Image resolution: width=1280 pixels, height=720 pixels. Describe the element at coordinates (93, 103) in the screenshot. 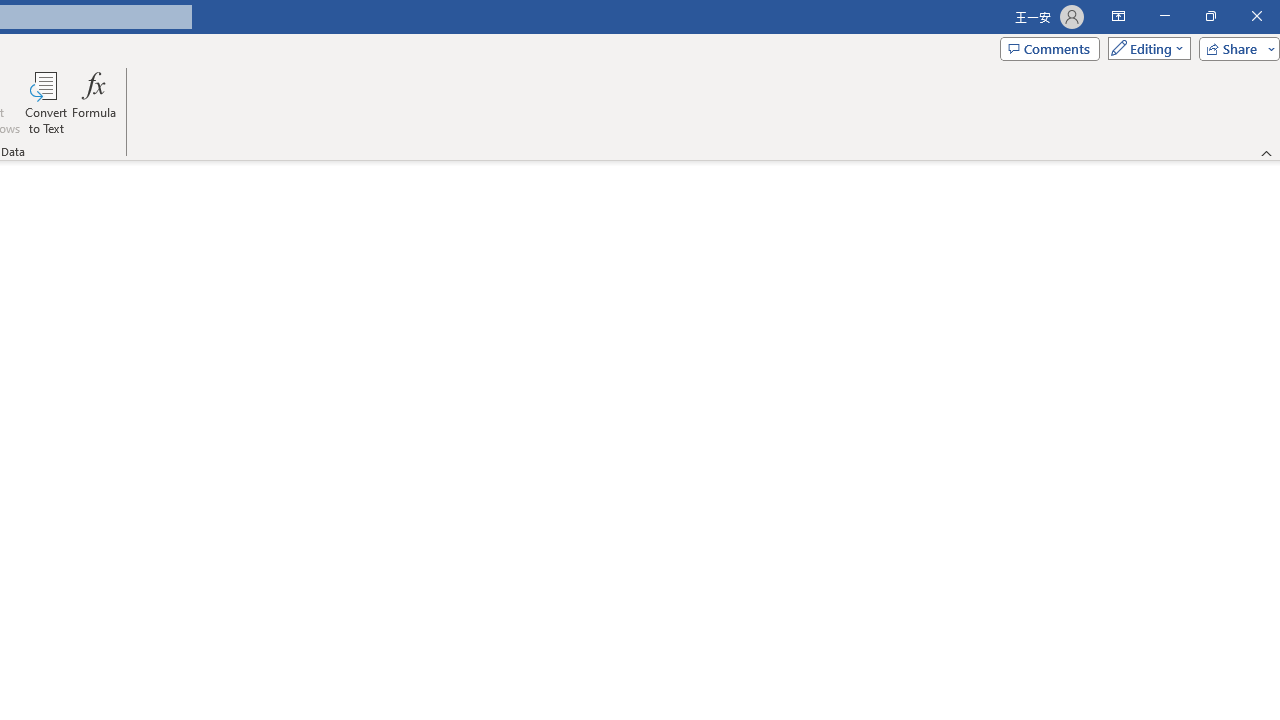

I see `'Formula...'` at that location.